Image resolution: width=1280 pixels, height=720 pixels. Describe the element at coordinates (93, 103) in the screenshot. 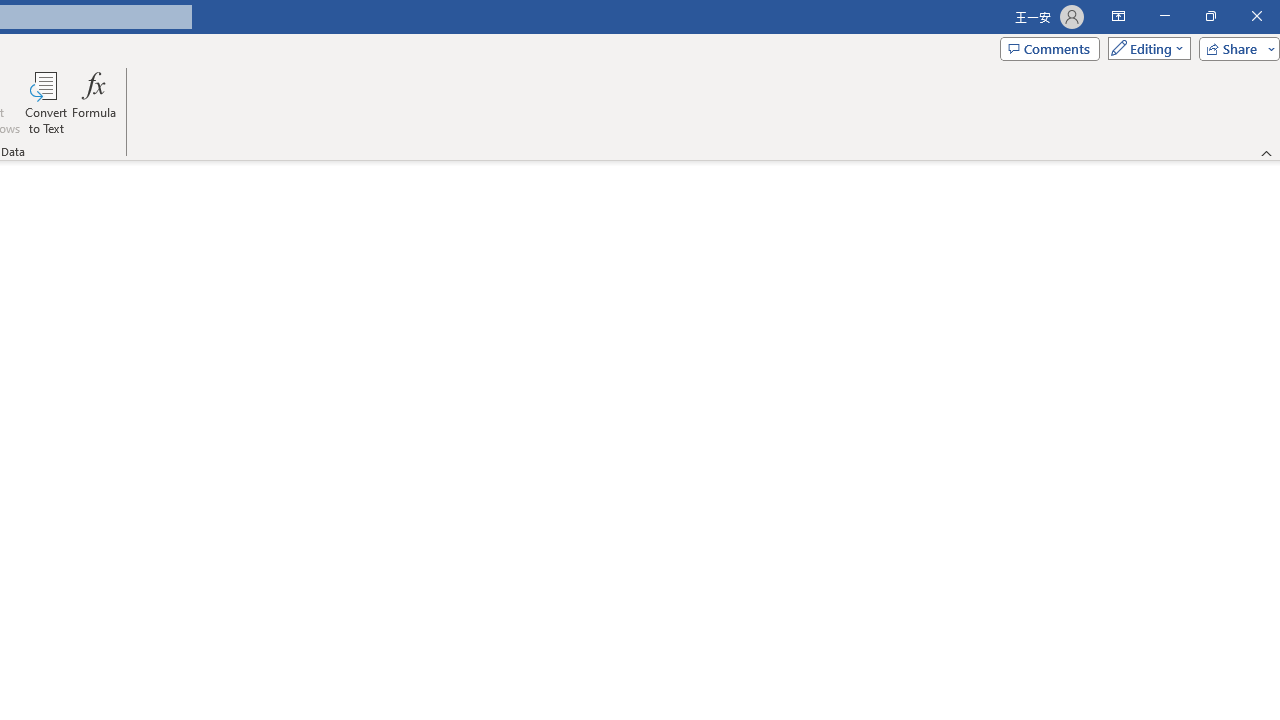

I see `'Formula...'` at that location.